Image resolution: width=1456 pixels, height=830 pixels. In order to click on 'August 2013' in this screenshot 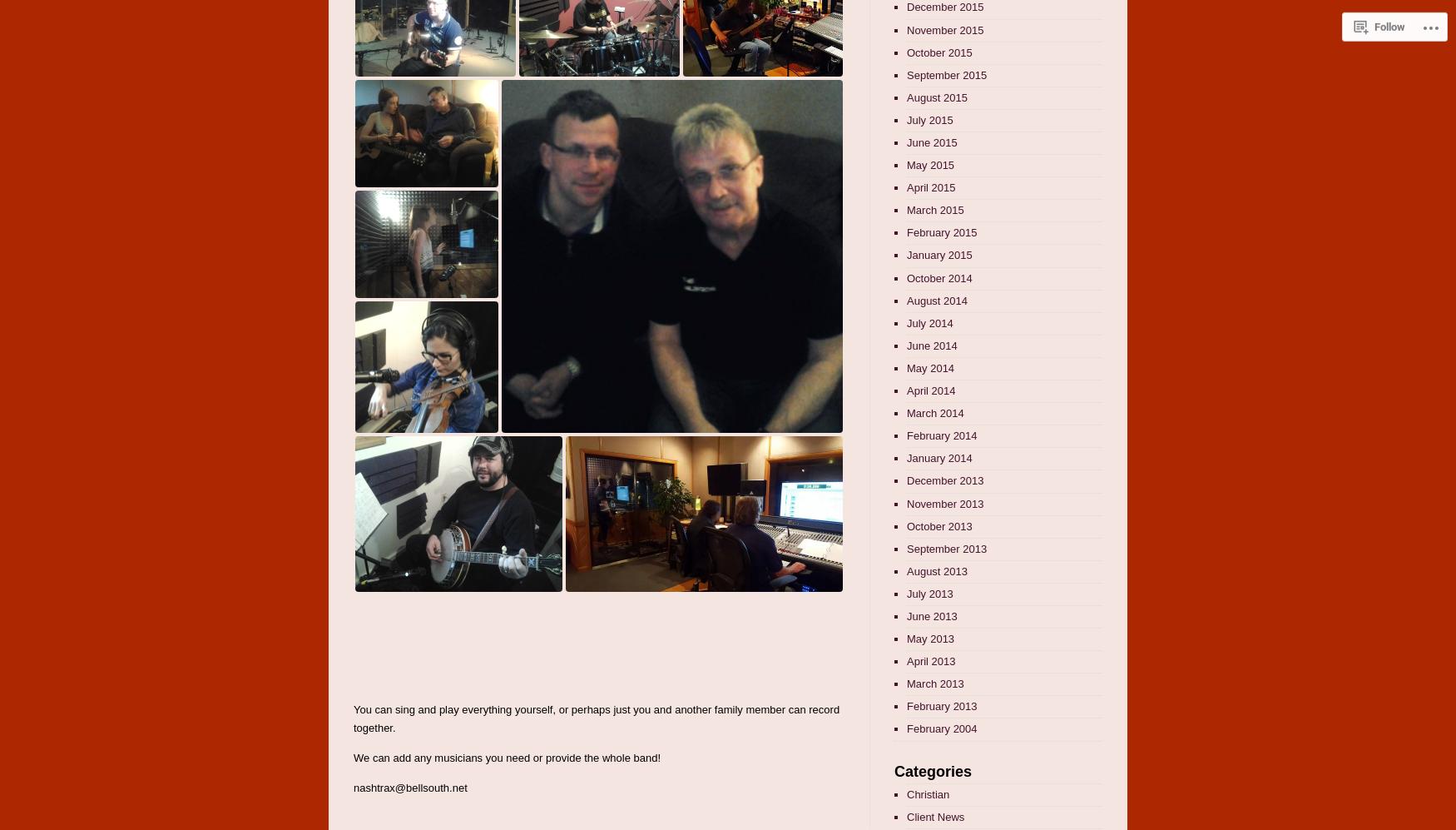, I will do `click(936, 569)`.